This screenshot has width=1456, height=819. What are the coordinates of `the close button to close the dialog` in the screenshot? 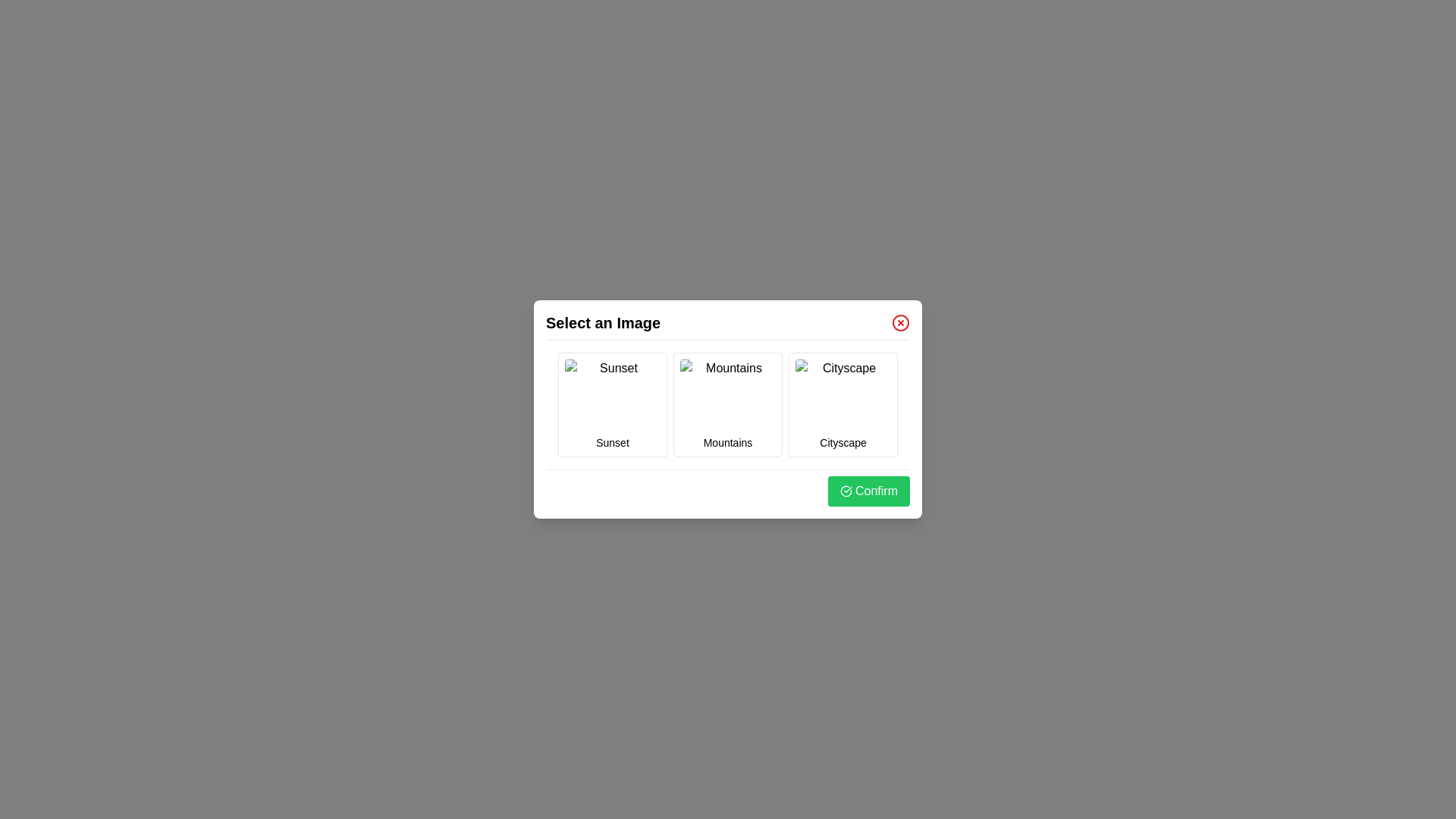 It's located at (901, 322).